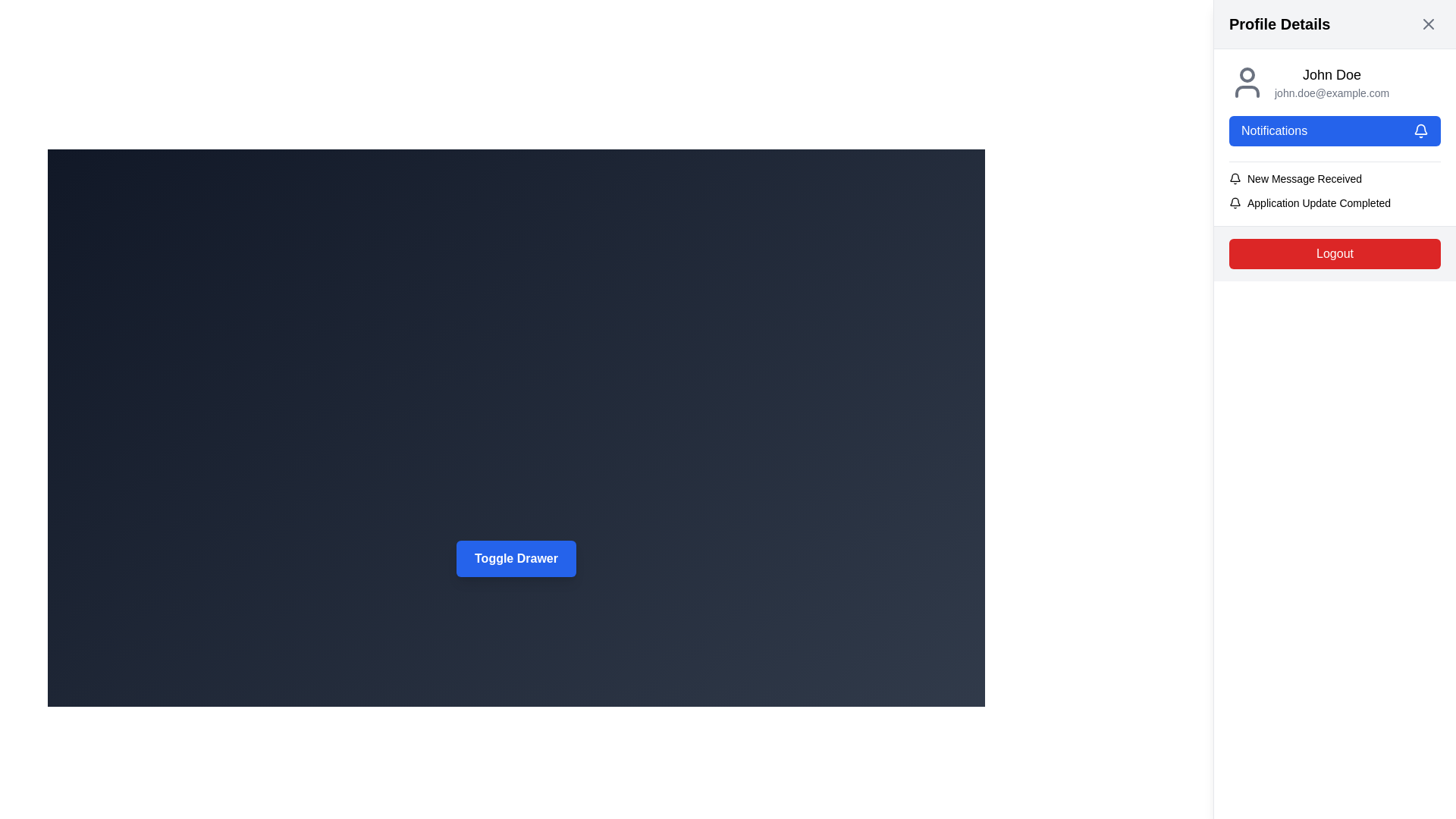 The width and height of the screenshot is (1456, 819). Describe the element at coordinates (1335, 253) in the screenshot. I see `the distinct red 'Logout' button with white text located at the bottom of the right-side profile panel` at that location.